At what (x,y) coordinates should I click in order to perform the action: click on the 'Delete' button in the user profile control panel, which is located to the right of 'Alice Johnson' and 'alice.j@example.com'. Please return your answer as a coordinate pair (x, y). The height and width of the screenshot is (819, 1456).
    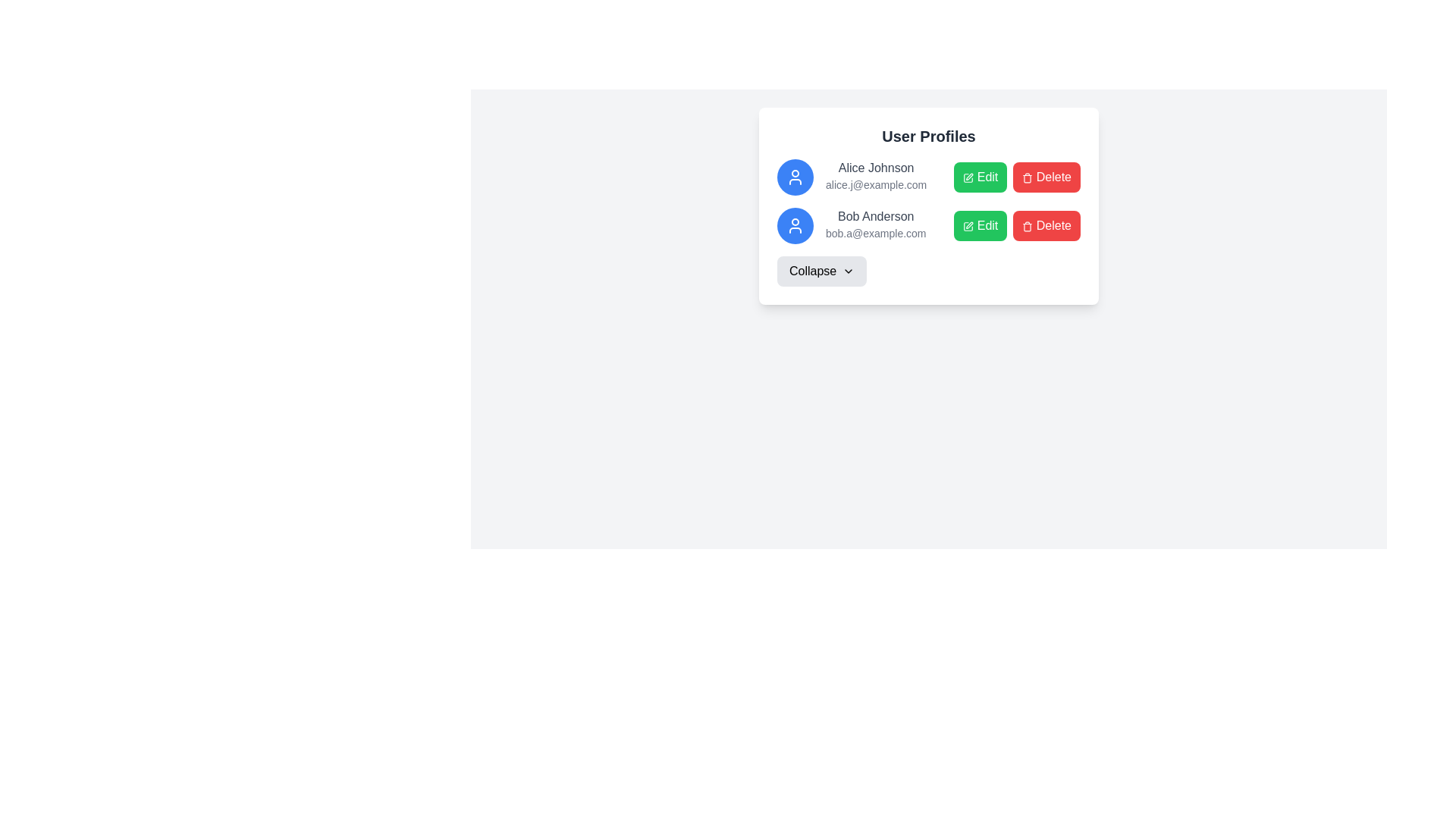
    Looking at the image, I should click on (1017, 177).